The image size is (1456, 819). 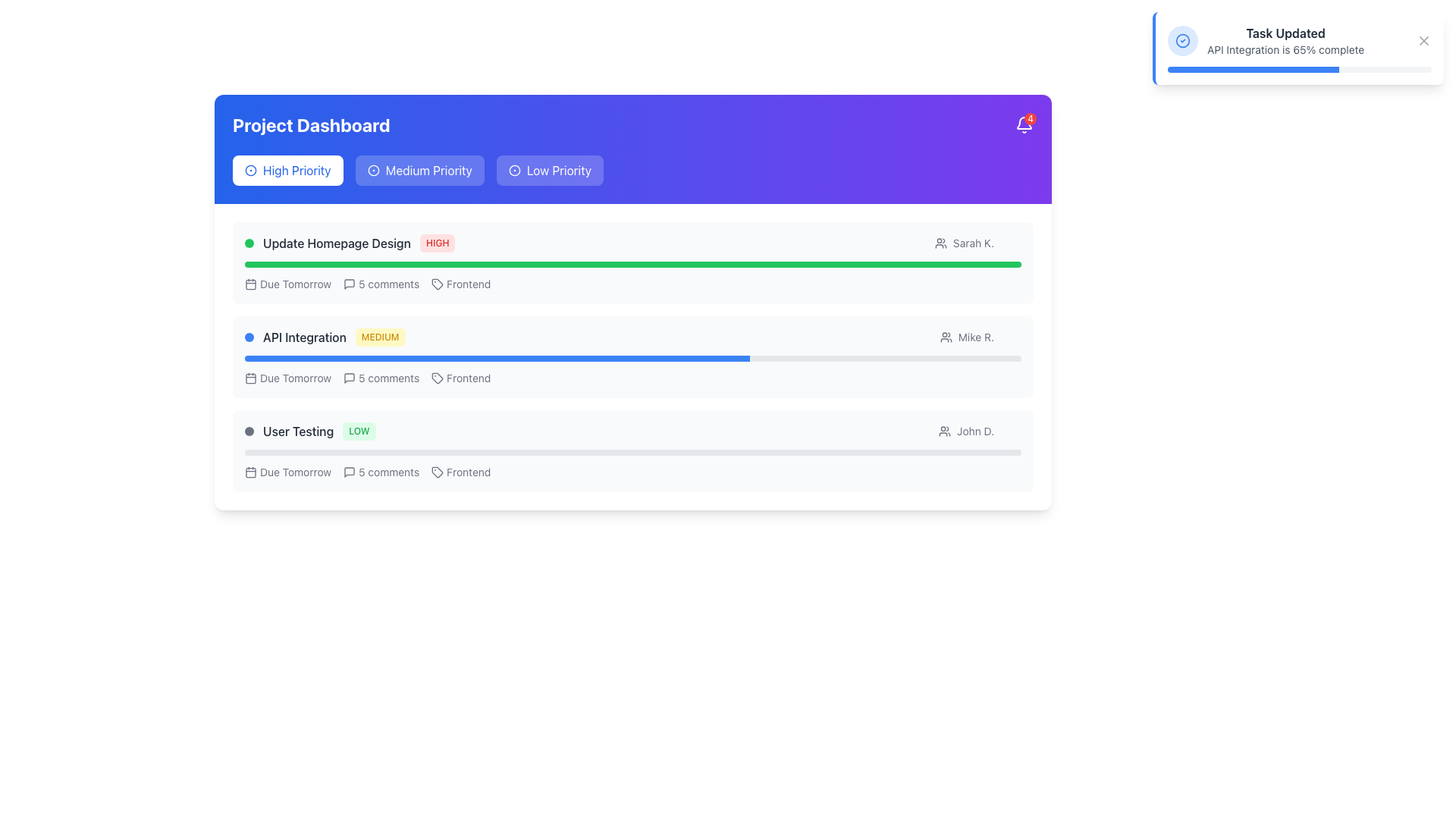 I want to click on the small calendar icon located at the beginning of the 'Due Tomorrow' text in the 'API Integration' task section, so click(x=251, y=377).